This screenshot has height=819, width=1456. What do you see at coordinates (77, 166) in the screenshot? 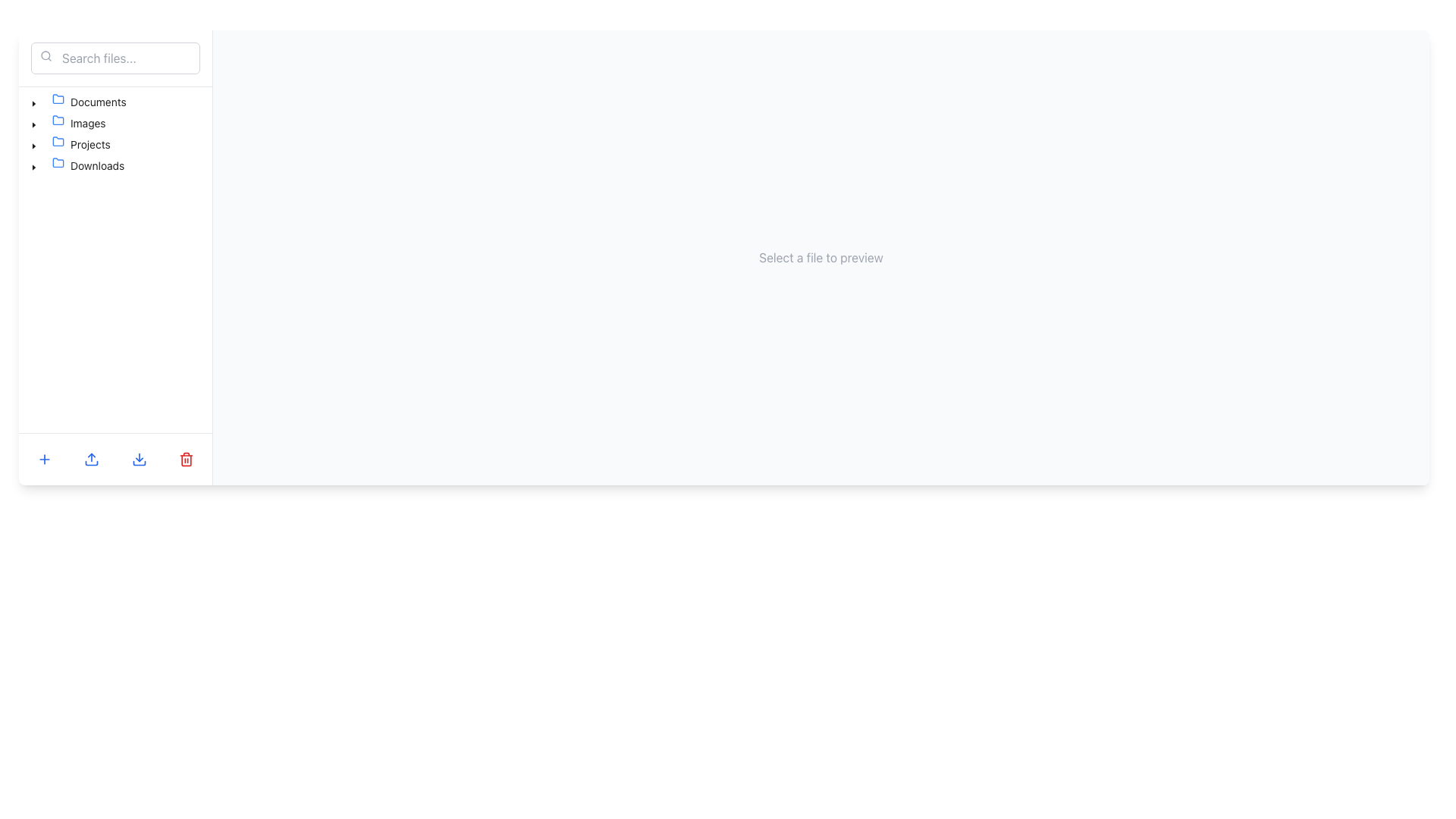
I see `the 'Downloads' tree item, which is the last item in the list and includes a blue folder icon and a caret indicating it is expandable` at bounding box center [77, 166].